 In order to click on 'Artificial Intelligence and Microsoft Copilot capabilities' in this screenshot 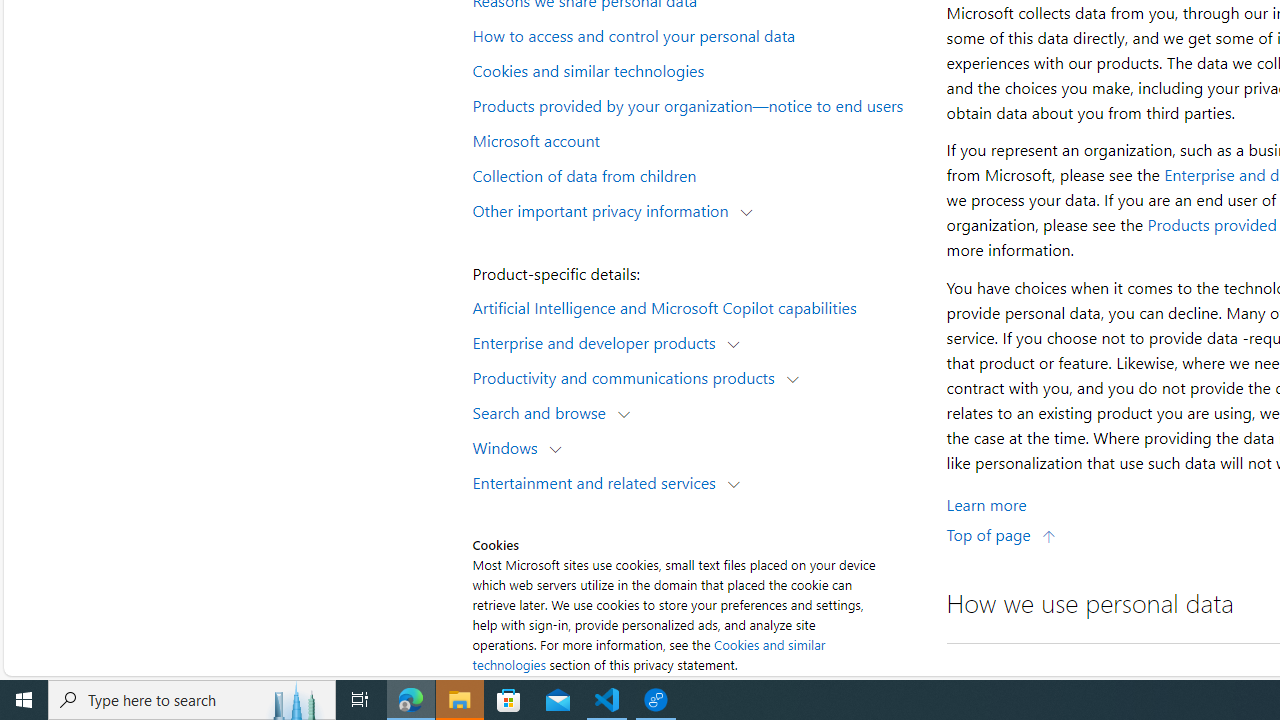, I will do `click(696, 306)`.